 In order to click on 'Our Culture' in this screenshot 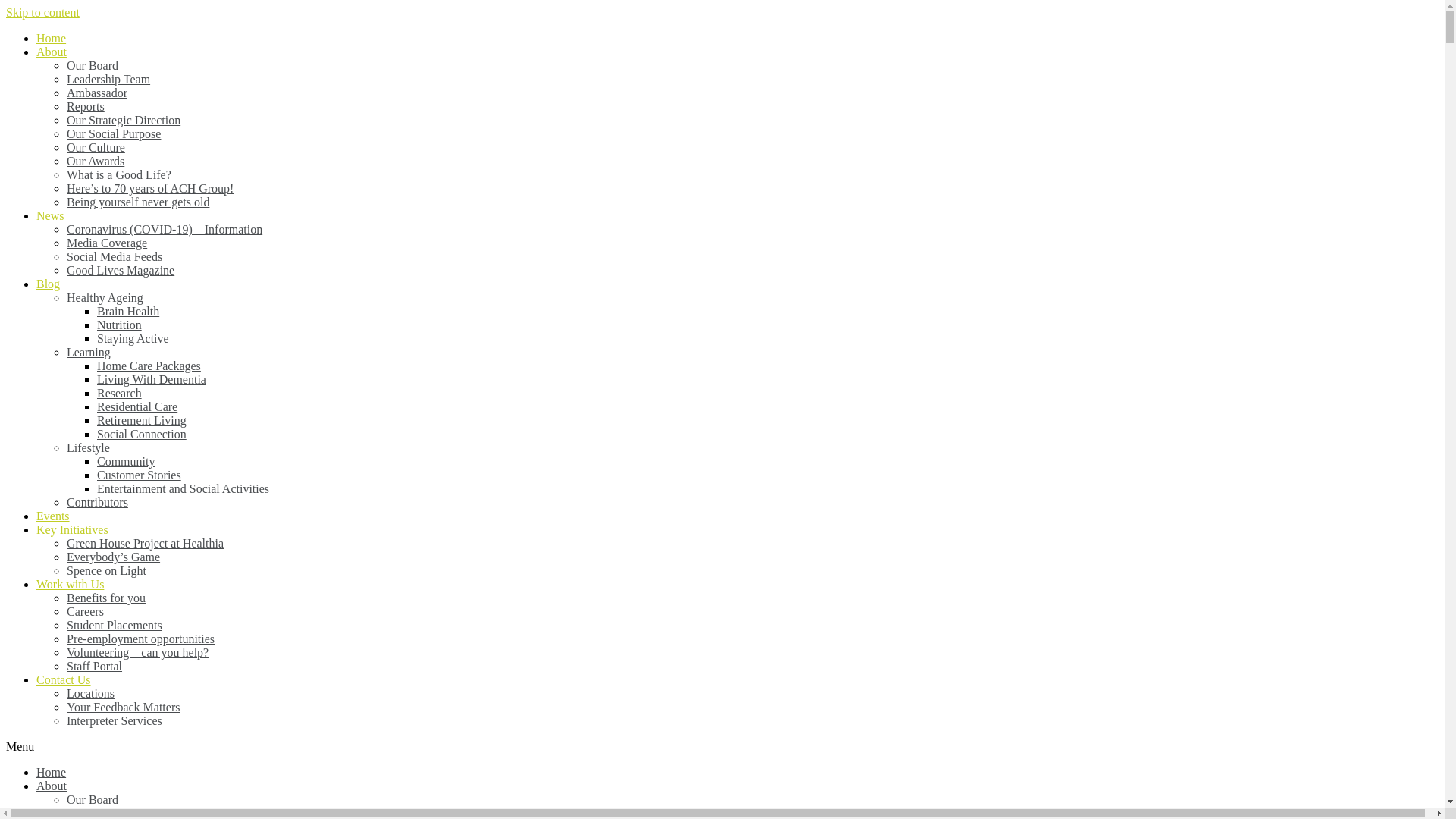, I will do `click(65, 147)`.